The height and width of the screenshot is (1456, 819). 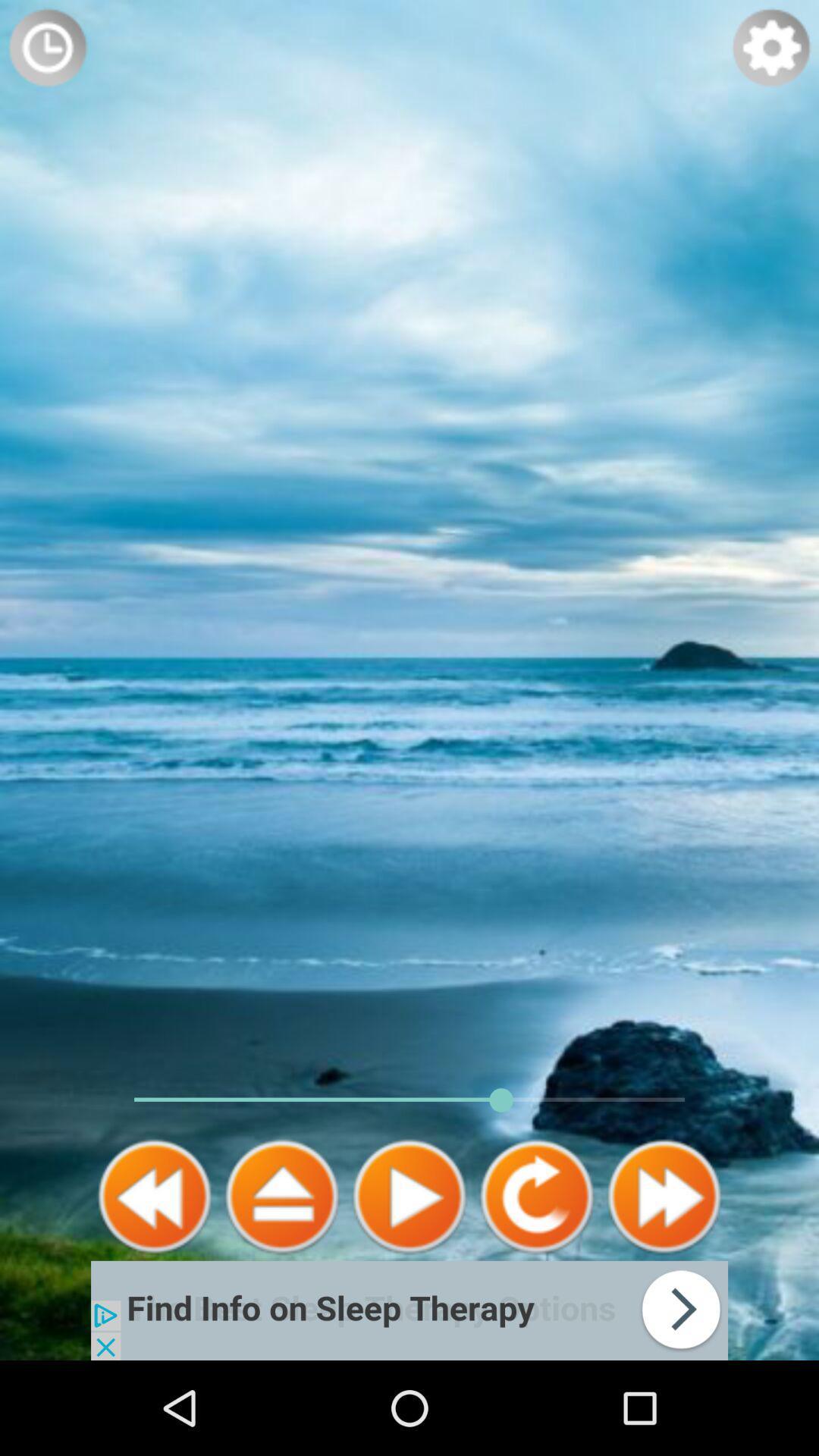 I want to click on open timer, so click(x=46, y=47).